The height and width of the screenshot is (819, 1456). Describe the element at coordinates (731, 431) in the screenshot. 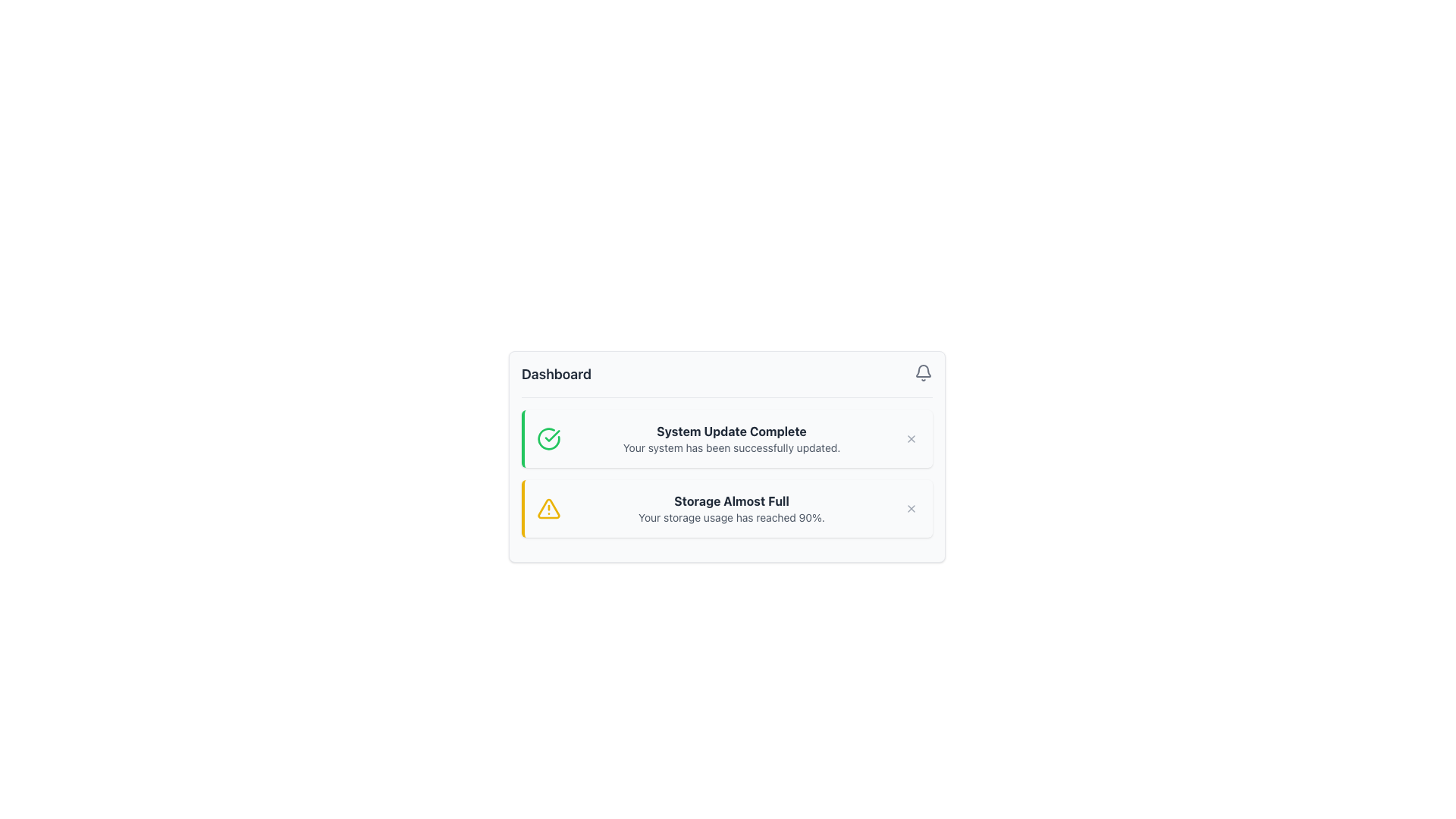

I see `information from the main headline Text Label in the upper notification card of the dashboard interface, which indicates the successful completion of the system update` at that location.